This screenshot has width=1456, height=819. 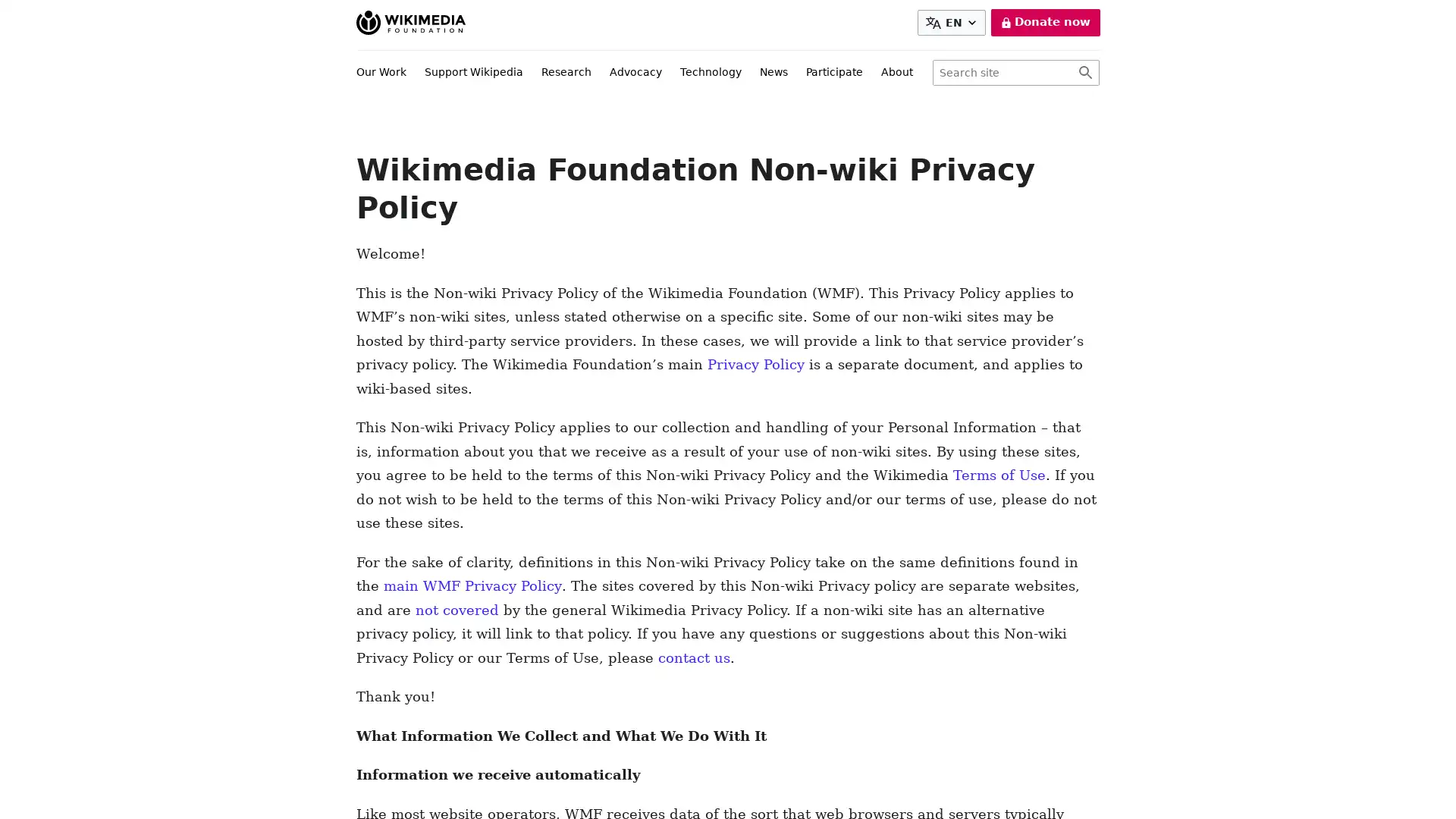 What do you see at coordinates (1084, 73) in the screenshot?
I see `Search` at bounding box center [1084, 73].